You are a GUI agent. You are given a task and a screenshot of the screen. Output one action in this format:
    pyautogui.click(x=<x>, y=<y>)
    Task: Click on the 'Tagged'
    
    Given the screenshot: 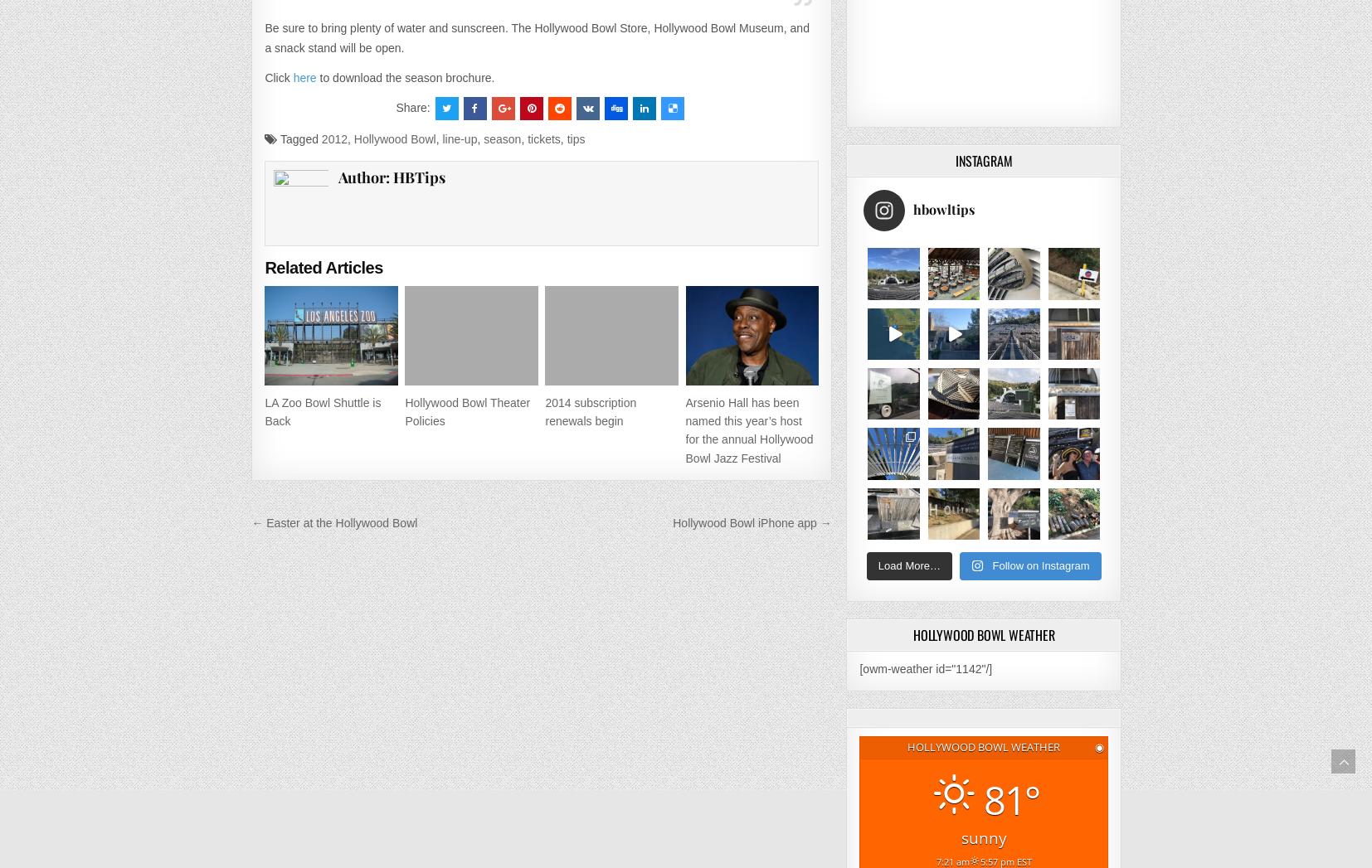 What is the action you would take?
    pyautogui.click(x=298, y=138)
    